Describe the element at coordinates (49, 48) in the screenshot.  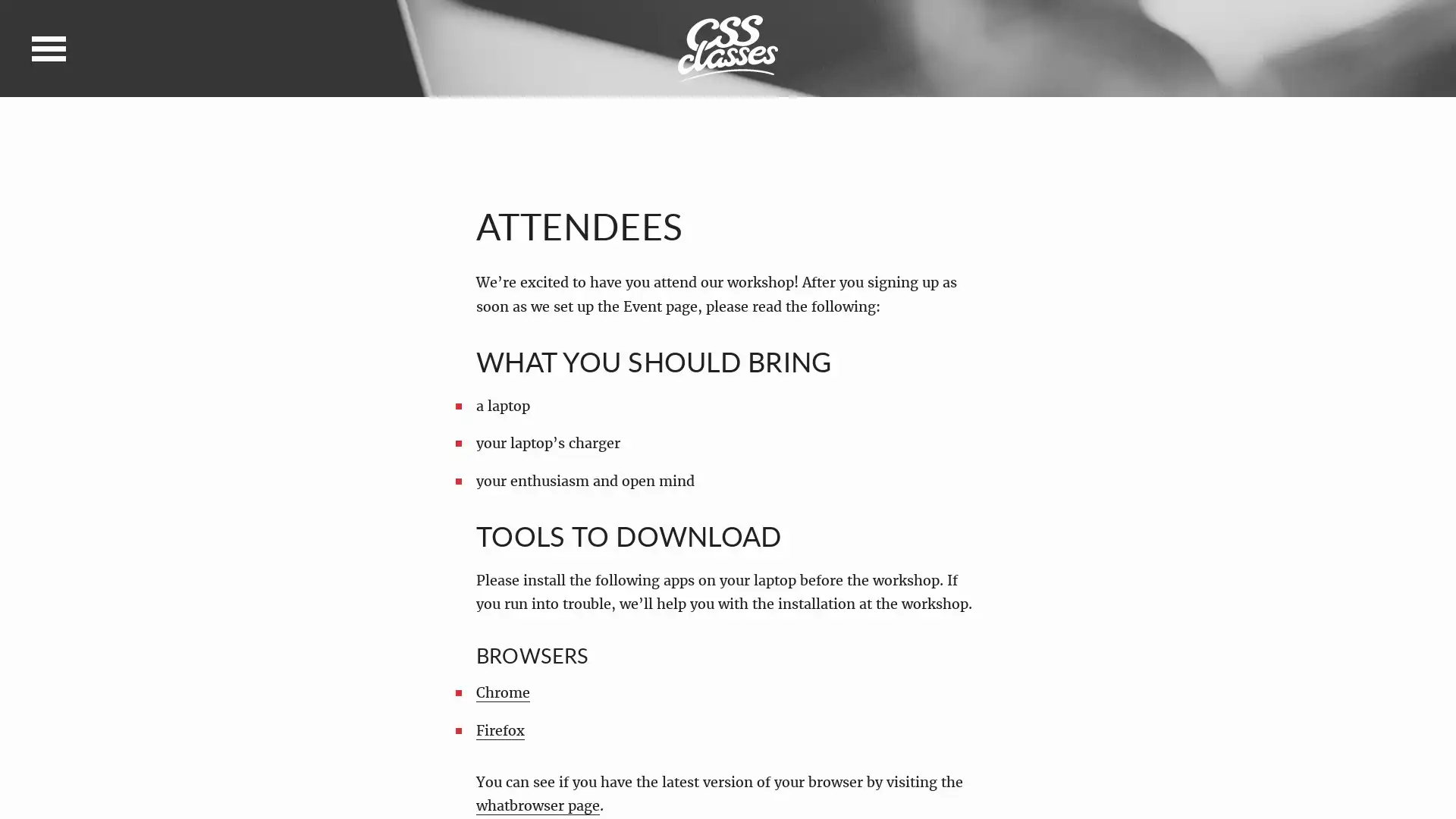
I see `Open Menu` at that location.